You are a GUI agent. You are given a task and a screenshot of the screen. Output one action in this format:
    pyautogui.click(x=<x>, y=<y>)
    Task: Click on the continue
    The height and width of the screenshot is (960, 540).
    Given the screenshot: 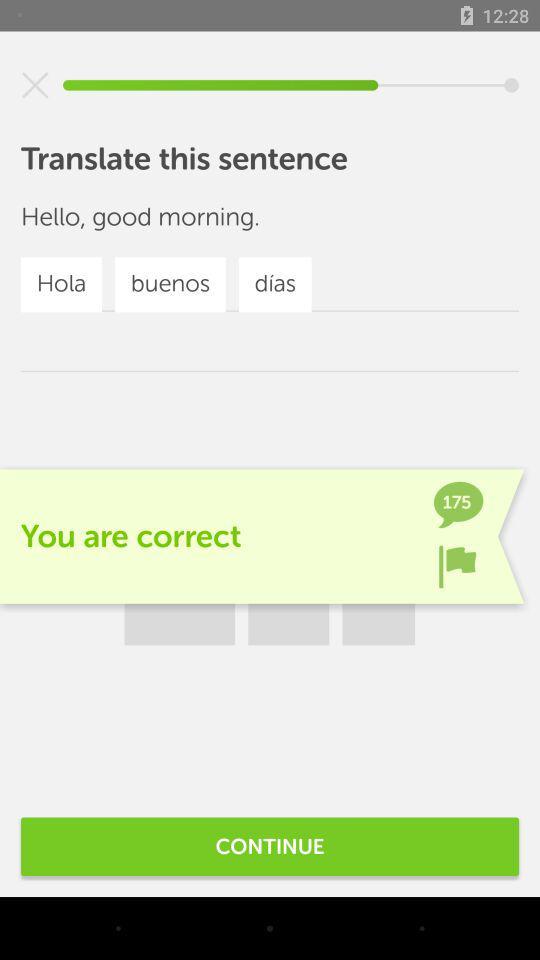 What is the action you would take?
    pyautogui.click(x=270, y=846)
    